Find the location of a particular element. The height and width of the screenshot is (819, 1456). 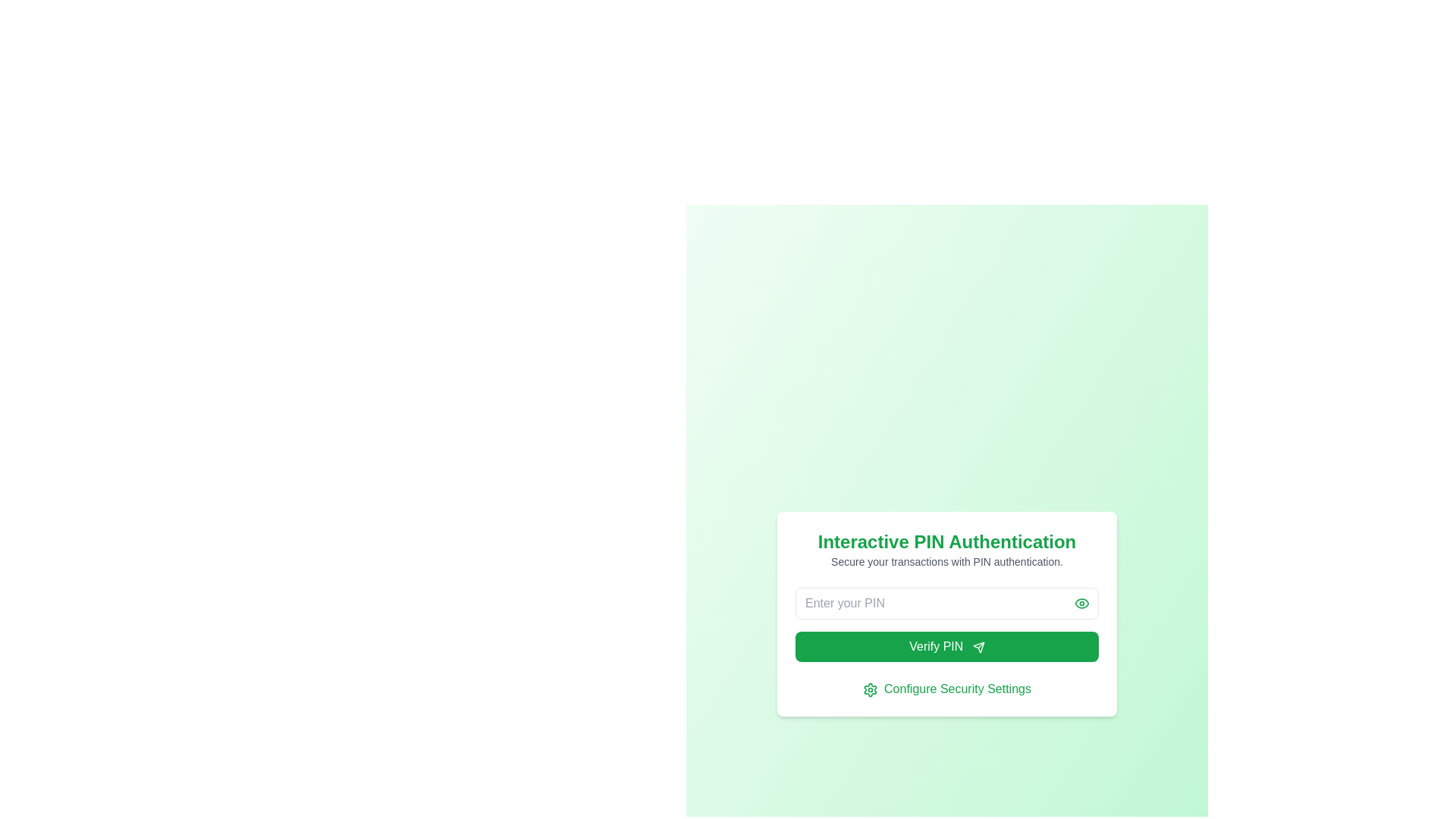

the submit button positioned below the 'Enter your PIN' text field to experience the hover effect is located at coordinates (946, 646).